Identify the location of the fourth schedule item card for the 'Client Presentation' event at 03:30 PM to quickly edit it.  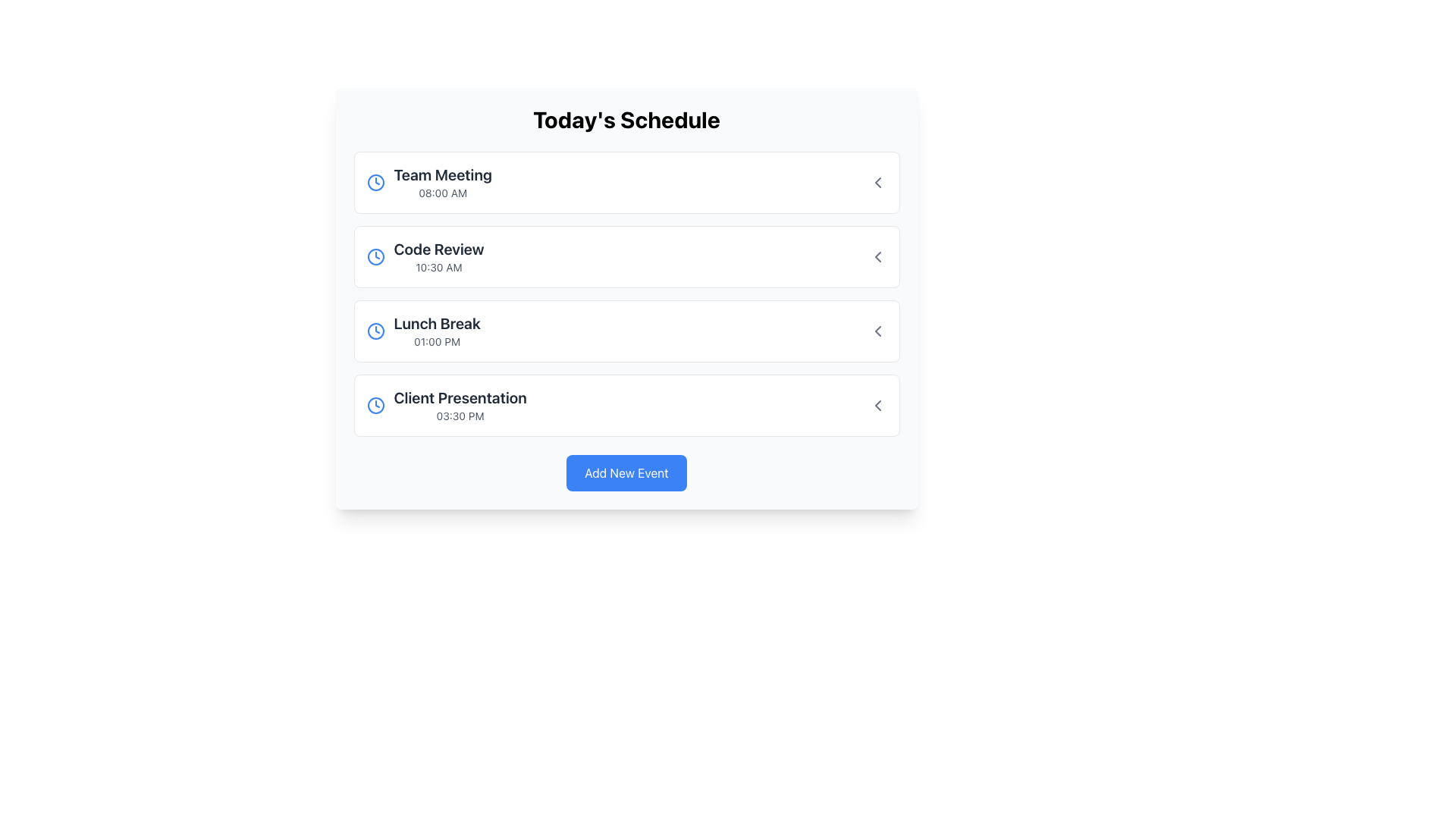
(626, 405).